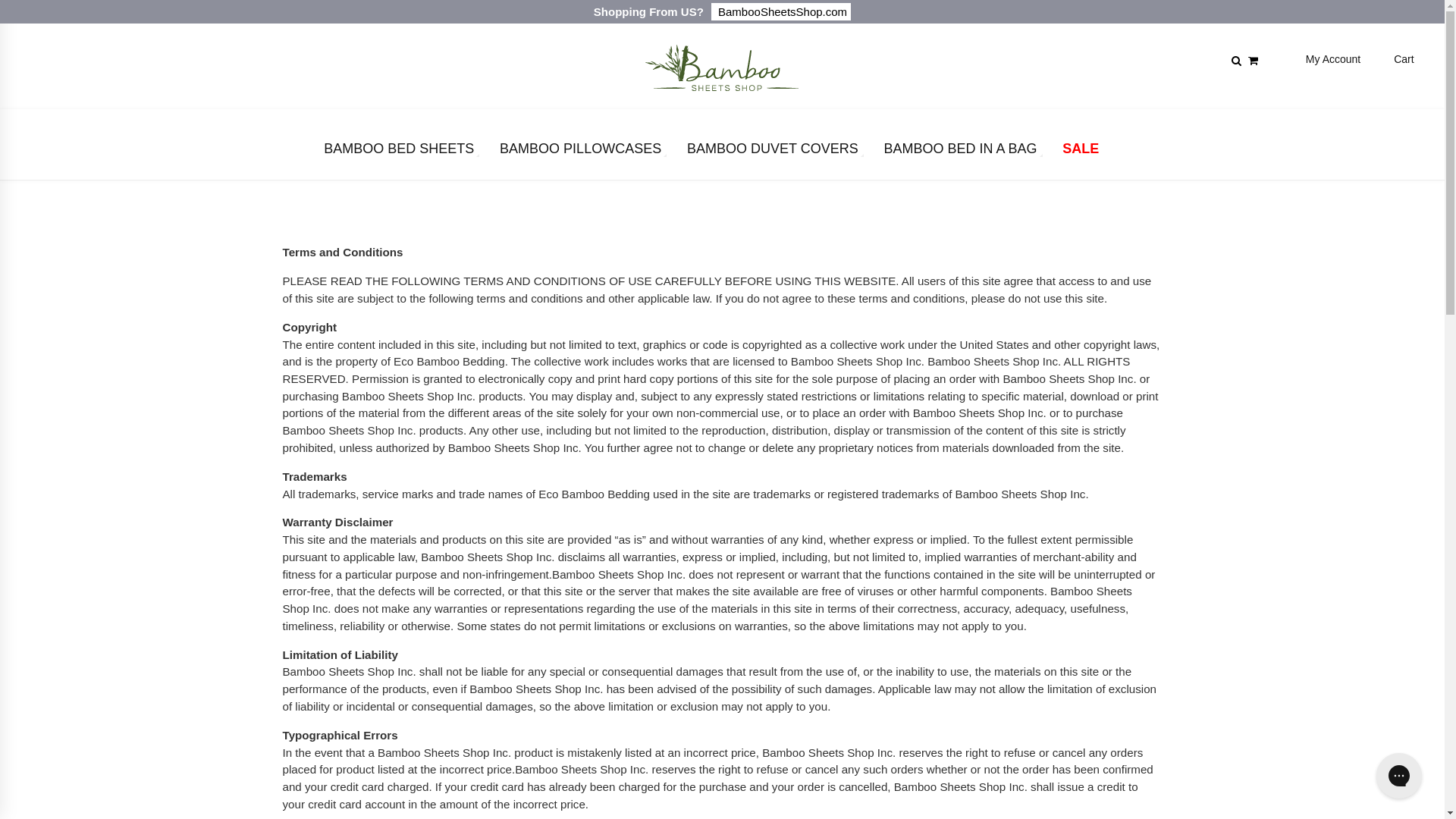 This screenshot has height=819, width=1456. What do you see at coordinates (1398, 775) in the screenshot?
I see `'Gorgias live chat messenger'` at bounding box center [1398, 775].